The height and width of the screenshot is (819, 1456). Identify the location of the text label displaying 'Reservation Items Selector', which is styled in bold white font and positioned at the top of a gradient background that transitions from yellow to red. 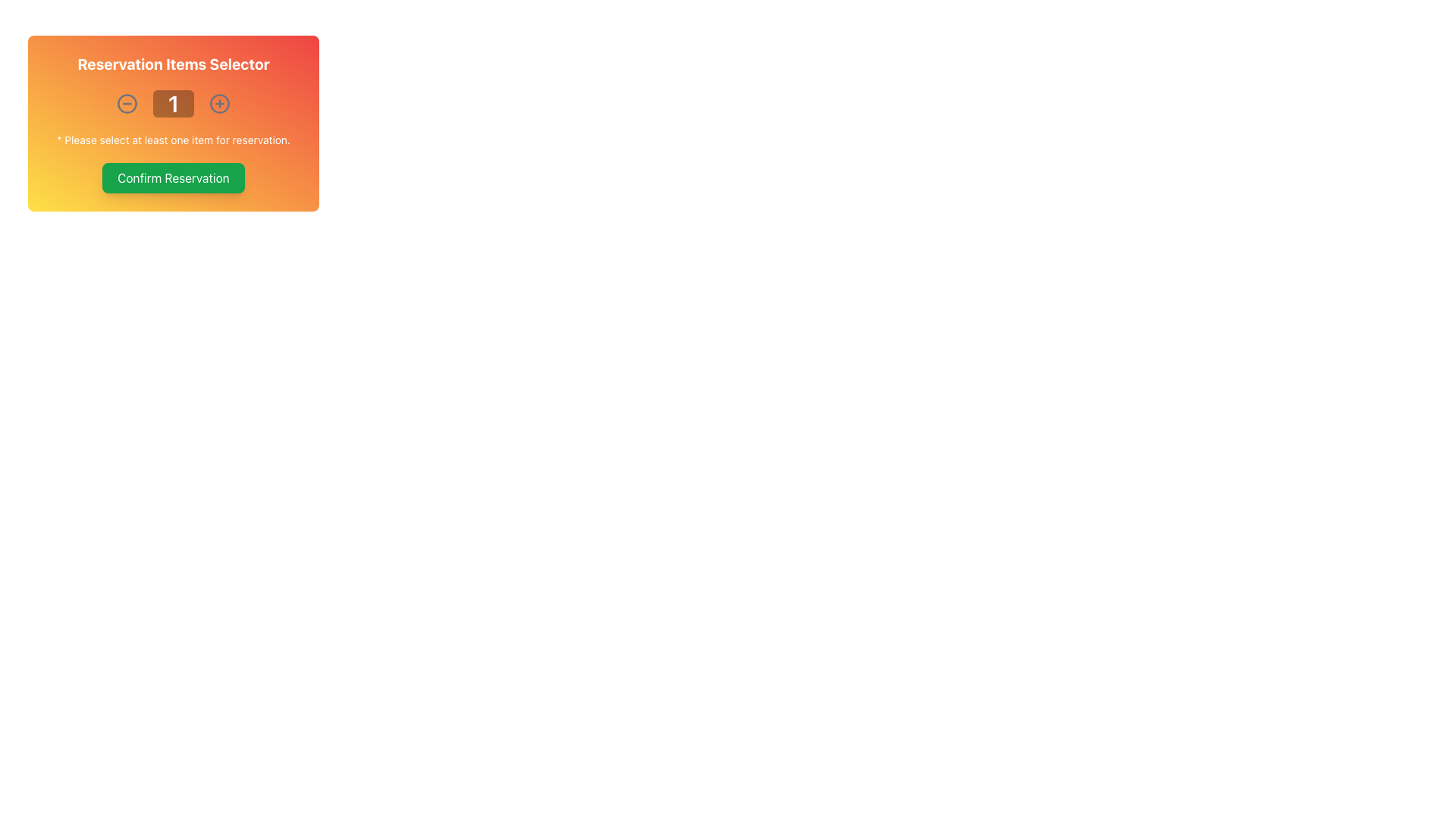
(174, 63).